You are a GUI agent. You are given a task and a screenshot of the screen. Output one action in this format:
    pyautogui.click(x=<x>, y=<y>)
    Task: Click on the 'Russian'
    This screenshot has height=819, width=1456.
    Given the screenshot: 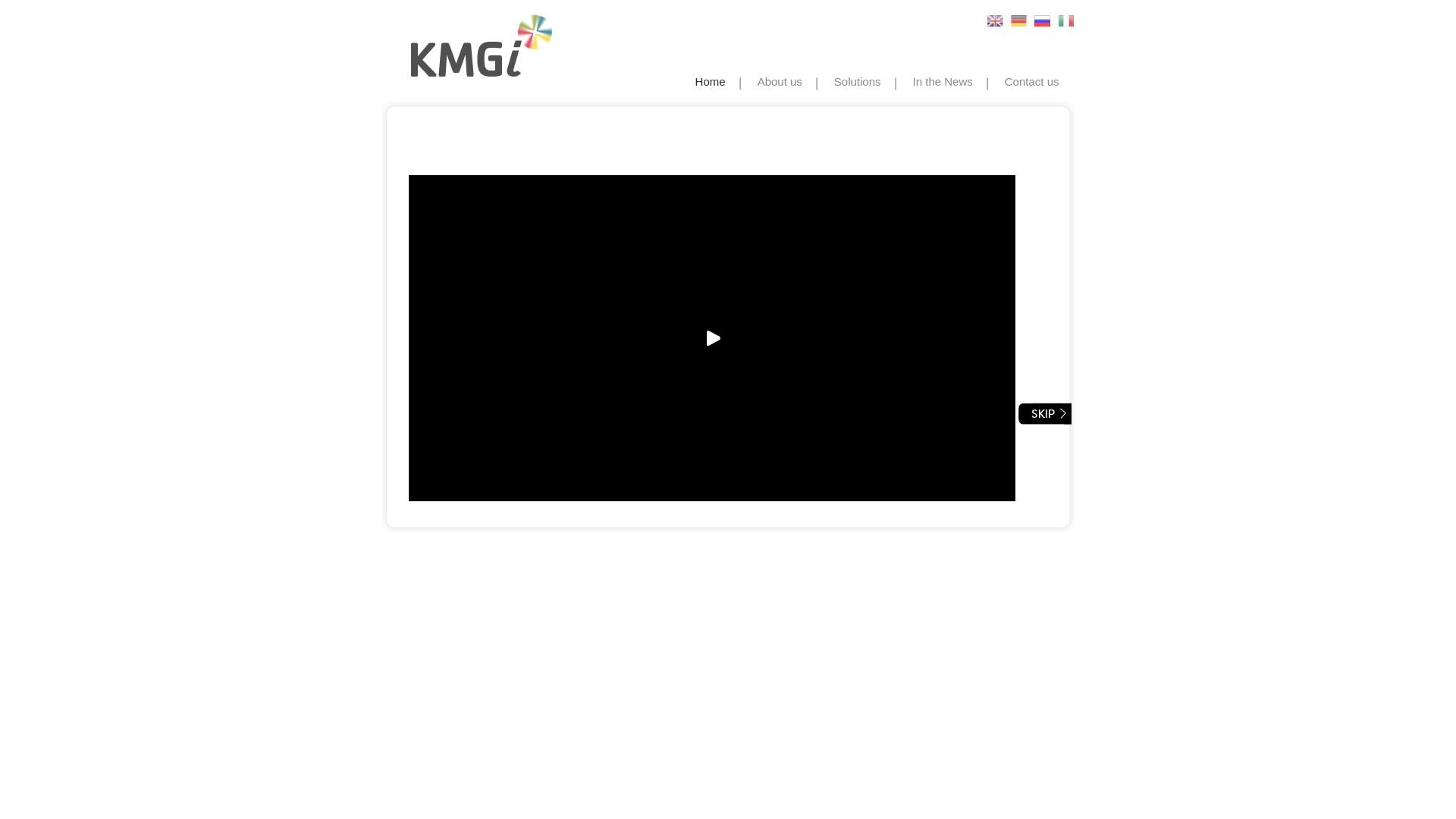 What is the action you would take?
    pyautogui.click(x=1043, y=23)
    